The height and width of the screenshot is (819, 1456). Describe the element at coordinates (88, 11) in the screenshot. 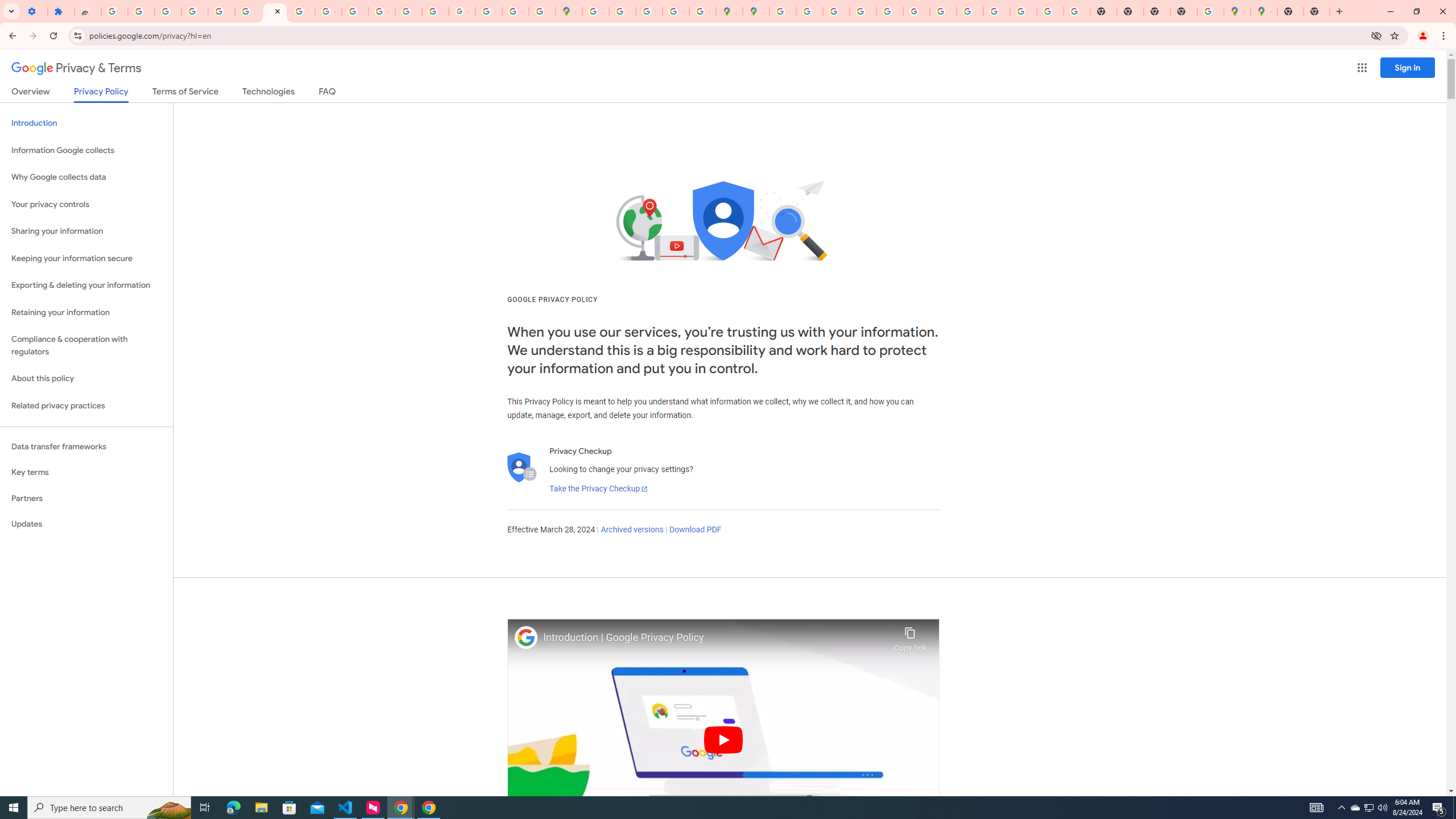

I see `'Reviews: Helix Fruit Jump Arcade Game'` at that location.